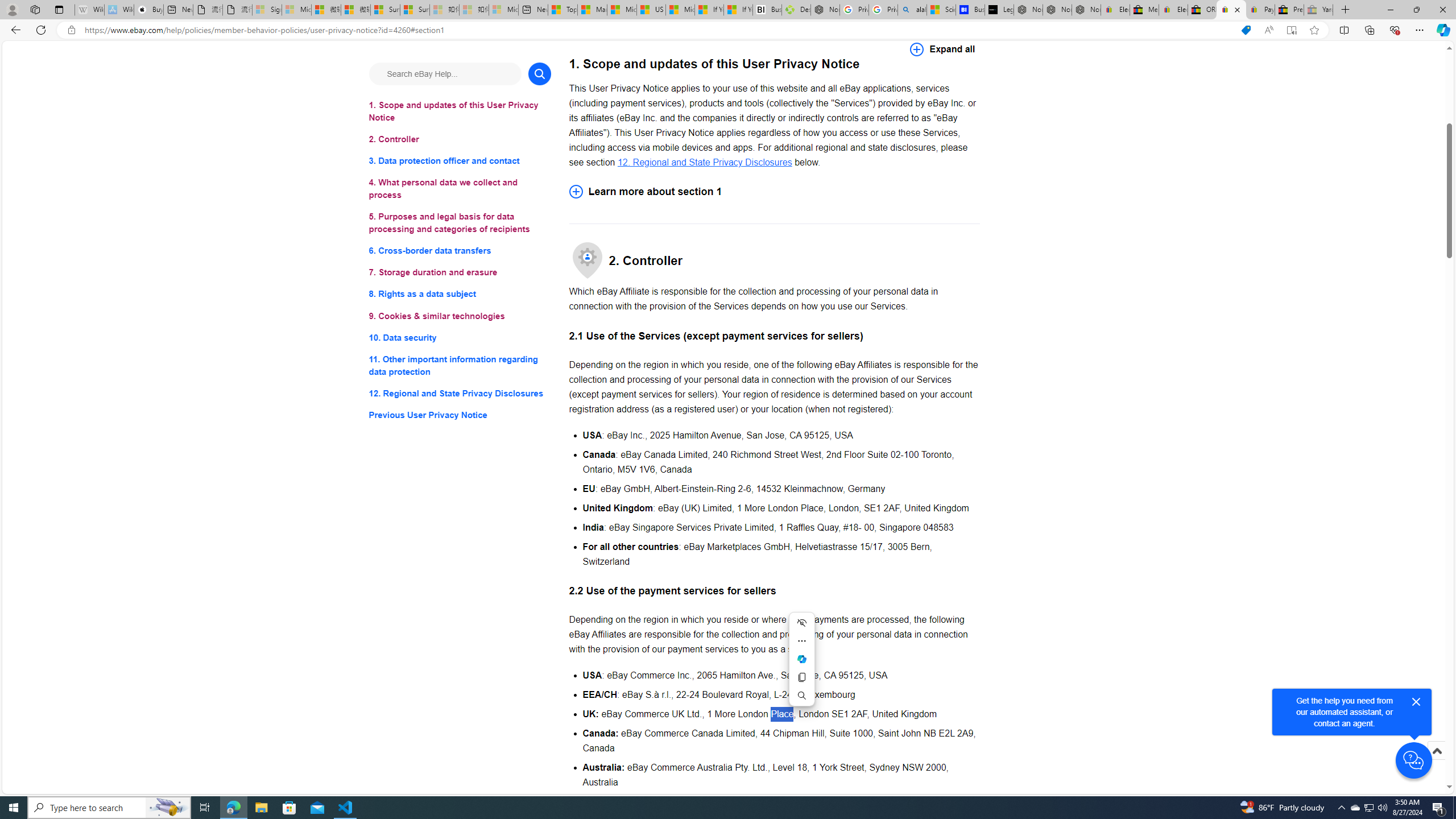 Image resolution: width=1456 pixels, height=819 pixels. I want to click on 'User Privacy Notice | eBay', so click(1231, 9).